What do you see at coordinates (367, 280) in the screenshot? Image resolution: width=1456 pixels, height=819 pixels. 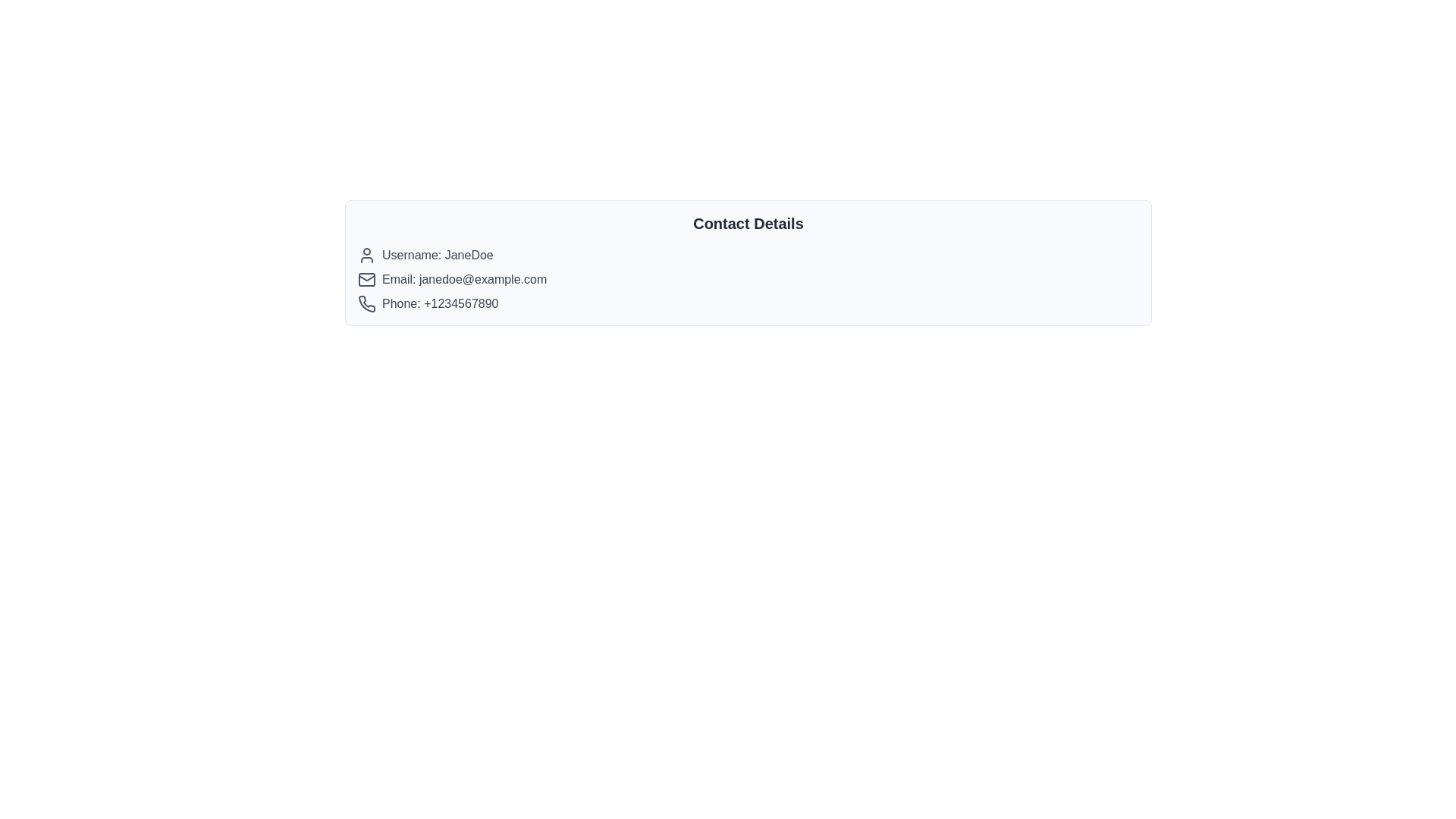 I see `the SVG rectangle component that forms the main body of the envelope icon, located to the left of the text 'Email: janedoe@example.com', as a static decoration` at bounding box center [367, 280].